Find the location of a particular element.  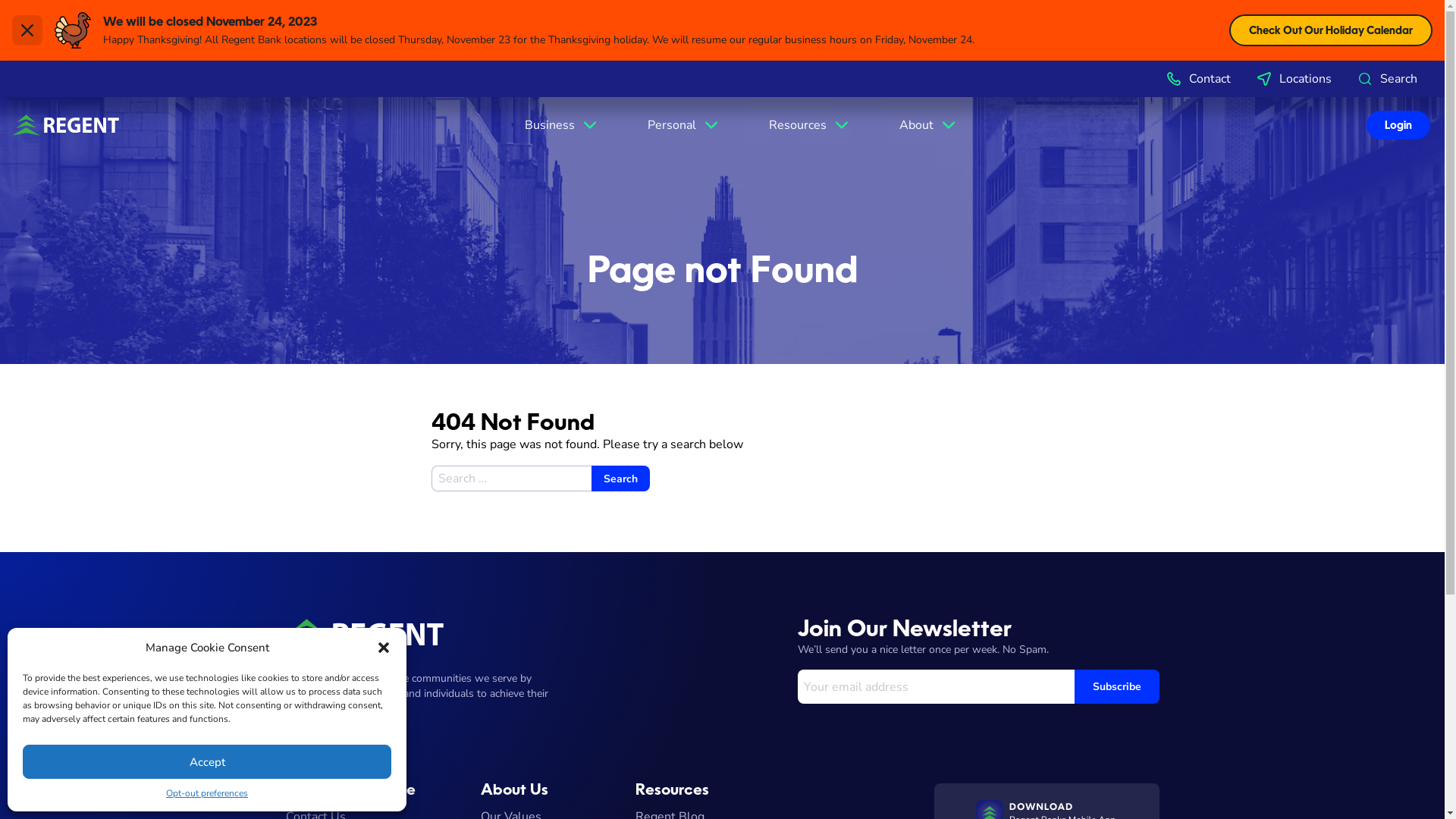

'Personal' is located at coordinates (683, 124).